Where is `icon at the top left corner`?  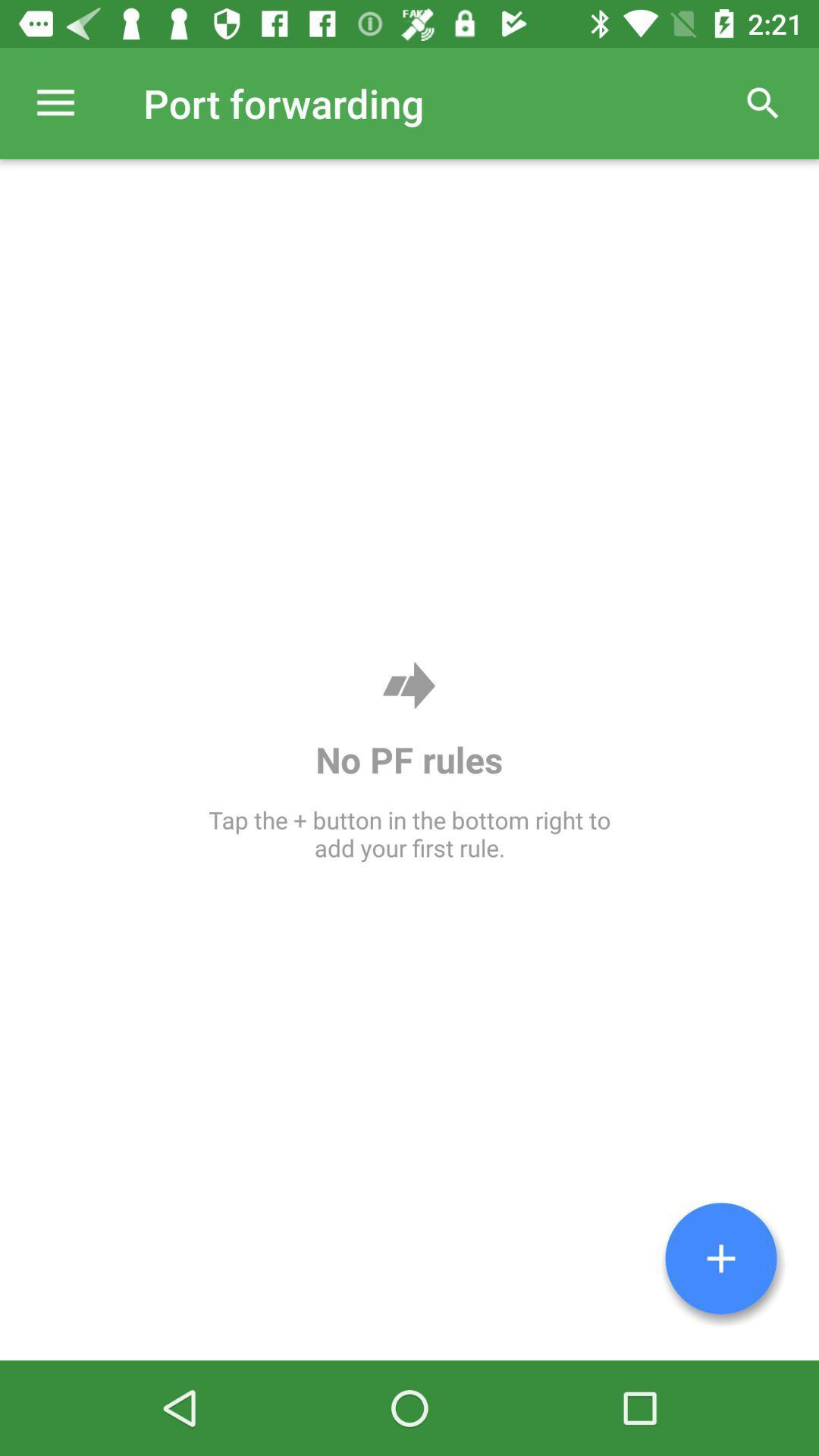
icon at the top left corner is located at coordinates (55, 102).